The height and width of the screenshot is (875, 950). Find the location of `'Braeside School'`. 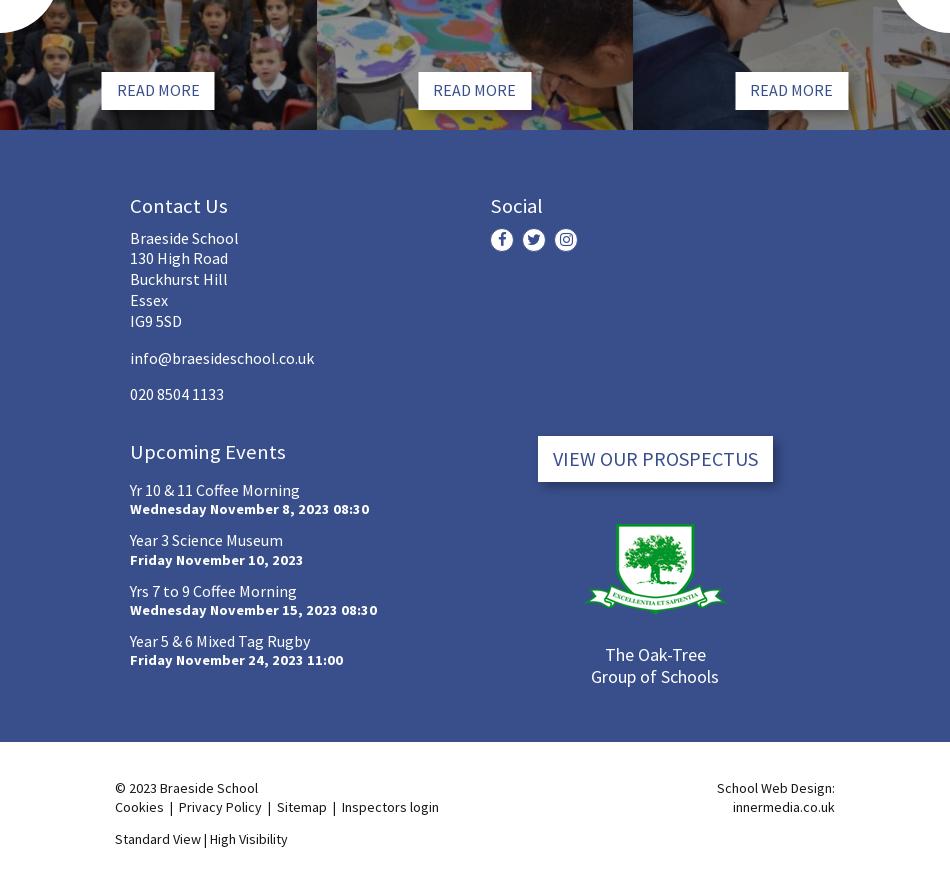

'Braeside School' is located at coordinates (184, 237).